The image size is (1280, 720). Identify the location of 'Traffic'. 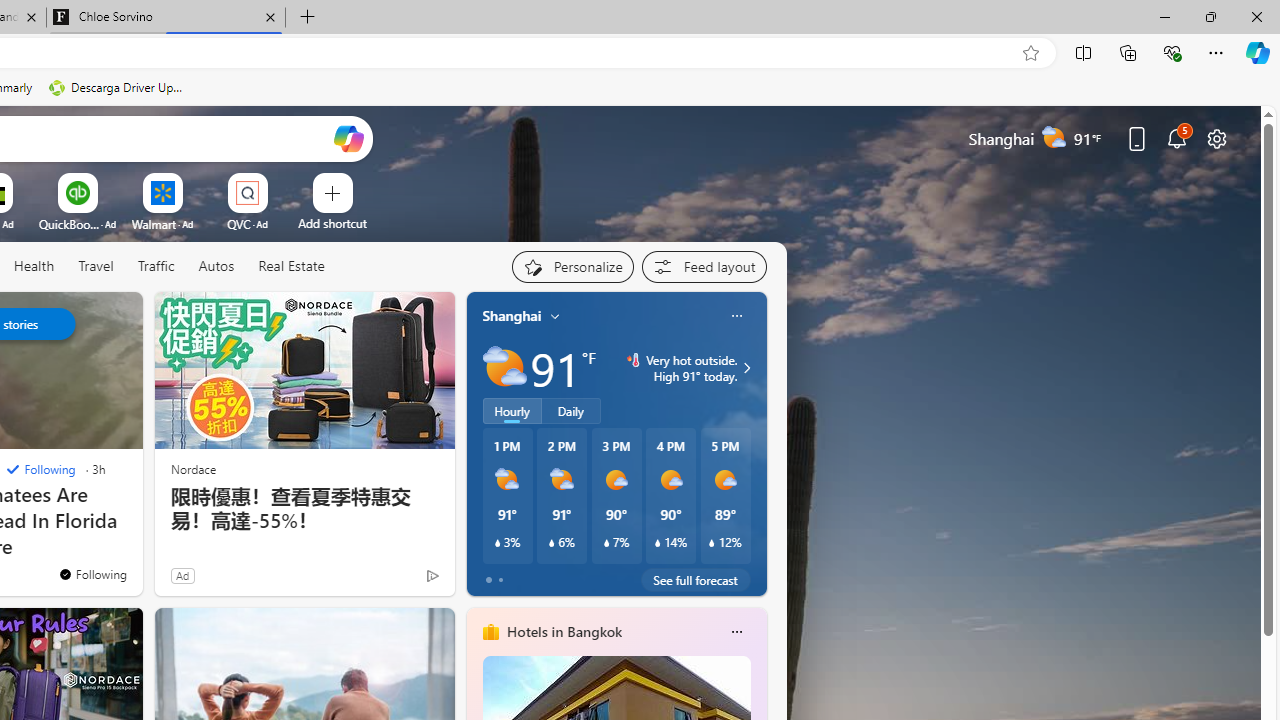
(155, 266).